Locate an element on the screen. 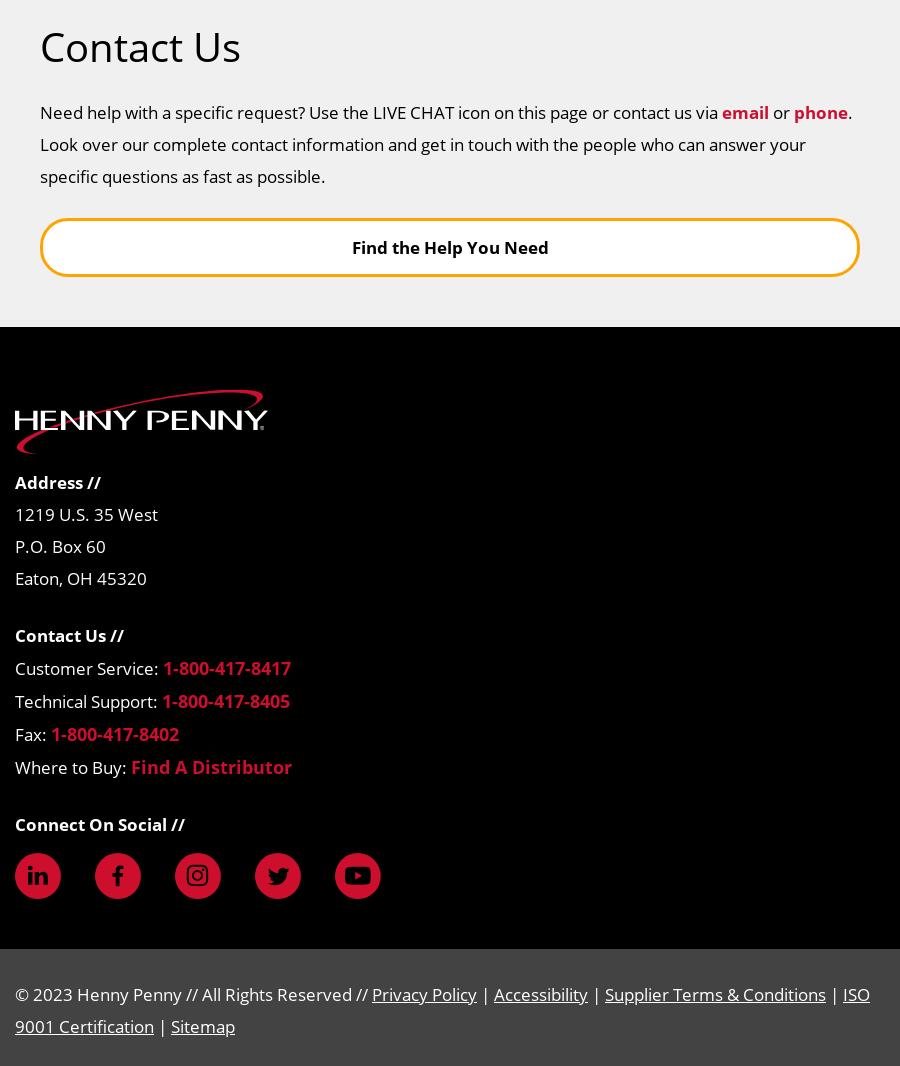  'Connect On Social //' is located at coordinates (98, 823).